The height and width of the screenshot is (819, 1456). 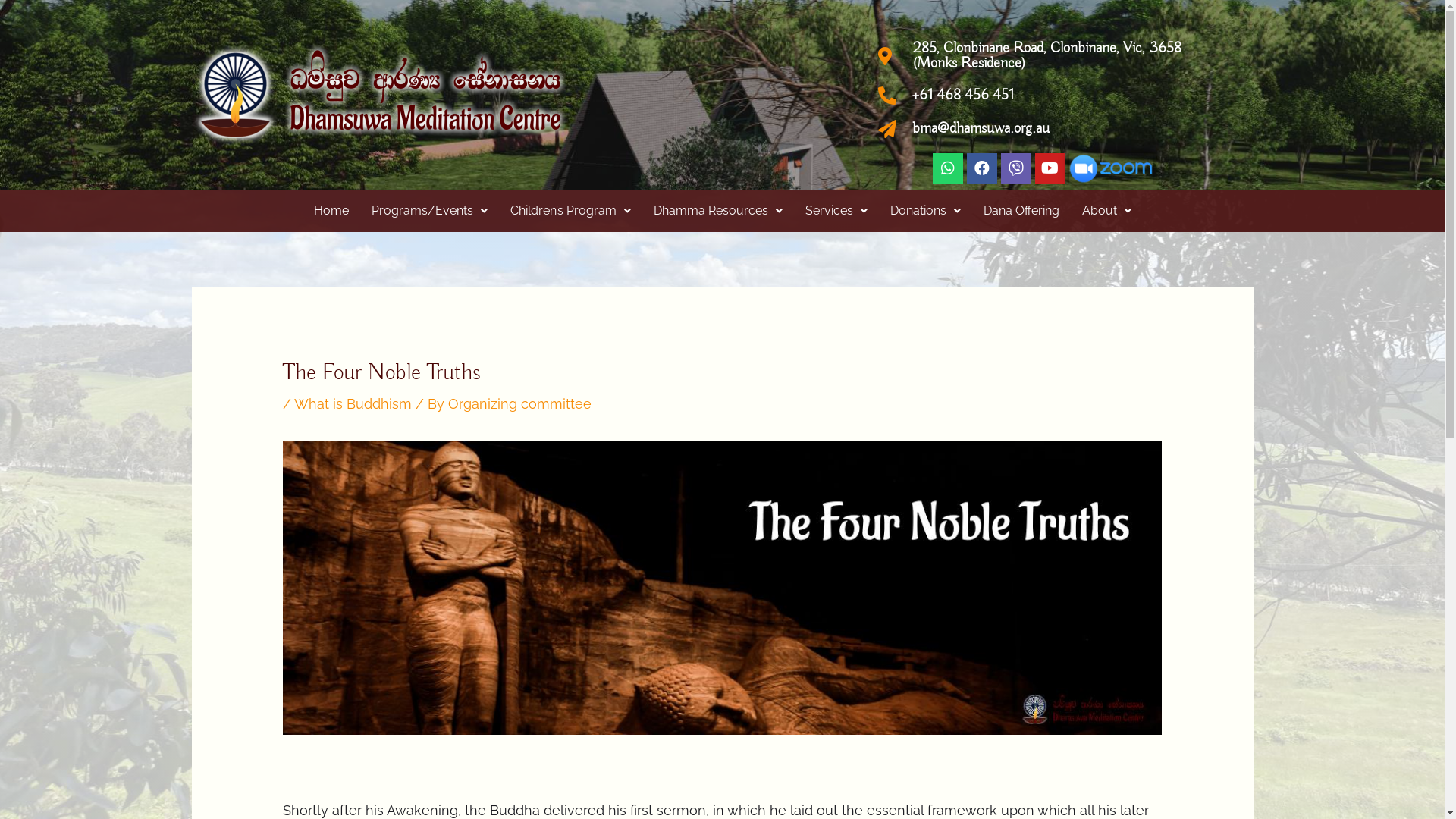 What do you see at coordinates (352, 403) in the screenshot?
I see `'What is Buddhism'` at bounding box center [352, 403].